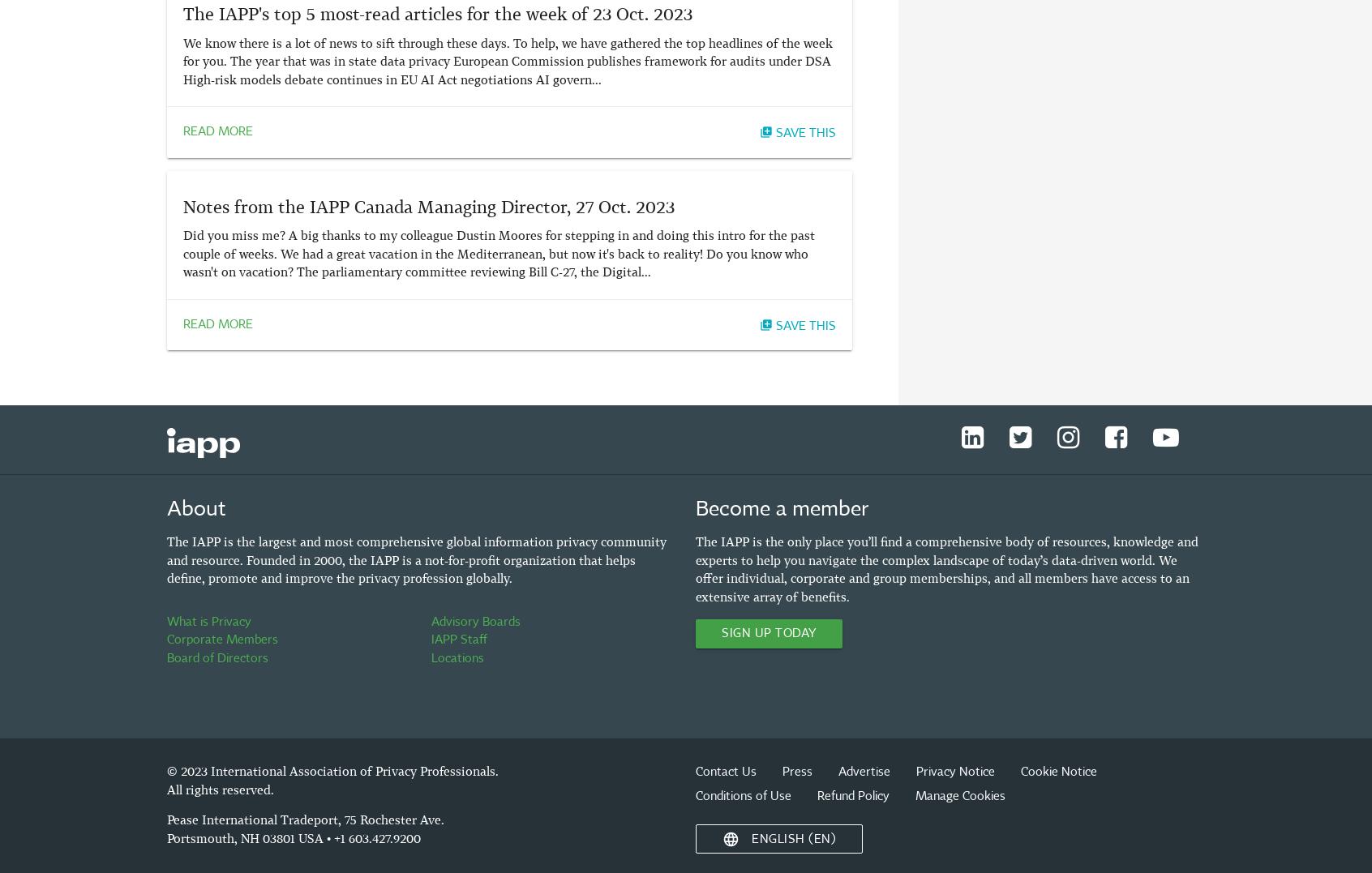  Describe the element at coordinates (294, 837) in the screenshot. I see `'Portsmouth, NH 03801 USA • +1 603.427.9200'` at that location.